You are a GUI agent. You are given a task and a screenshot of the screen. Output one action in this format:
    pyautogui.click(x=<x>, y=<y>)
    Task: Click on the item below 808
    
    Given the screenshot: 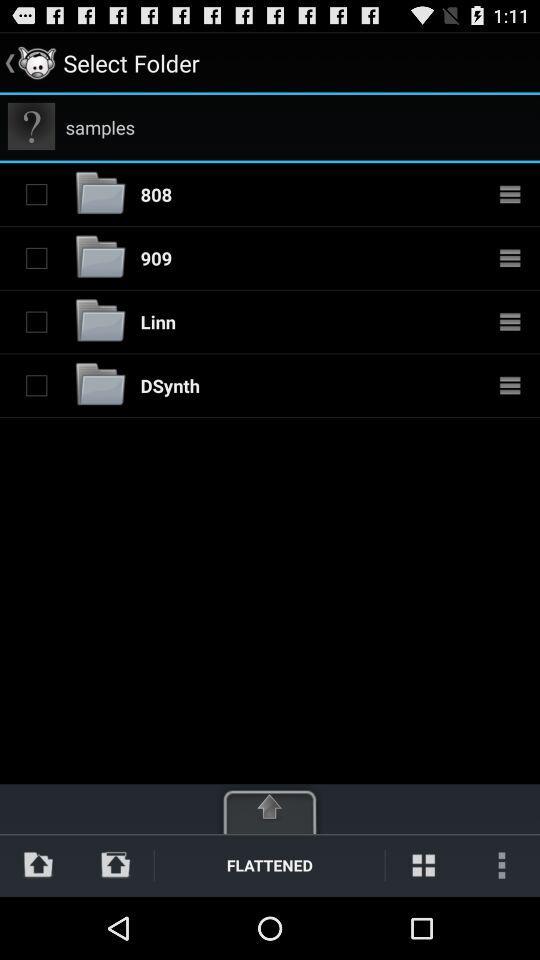 What is the action you would take?
    pyautogui.click(x=155, y=256)
    